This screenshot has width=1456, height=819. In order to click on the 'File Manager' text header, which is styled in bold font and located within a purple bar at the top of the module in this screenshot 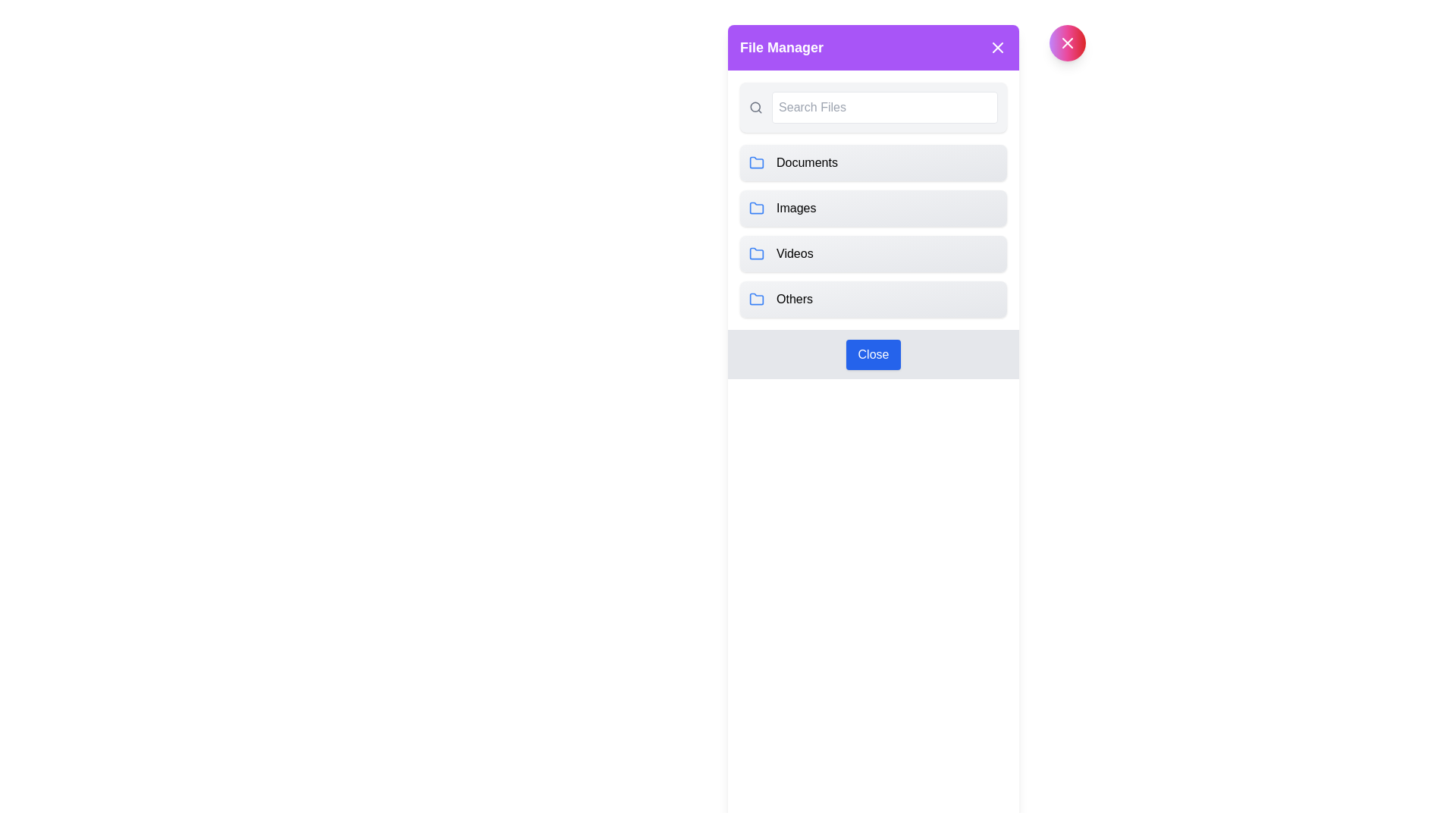, I will do `click(782, 46)`.